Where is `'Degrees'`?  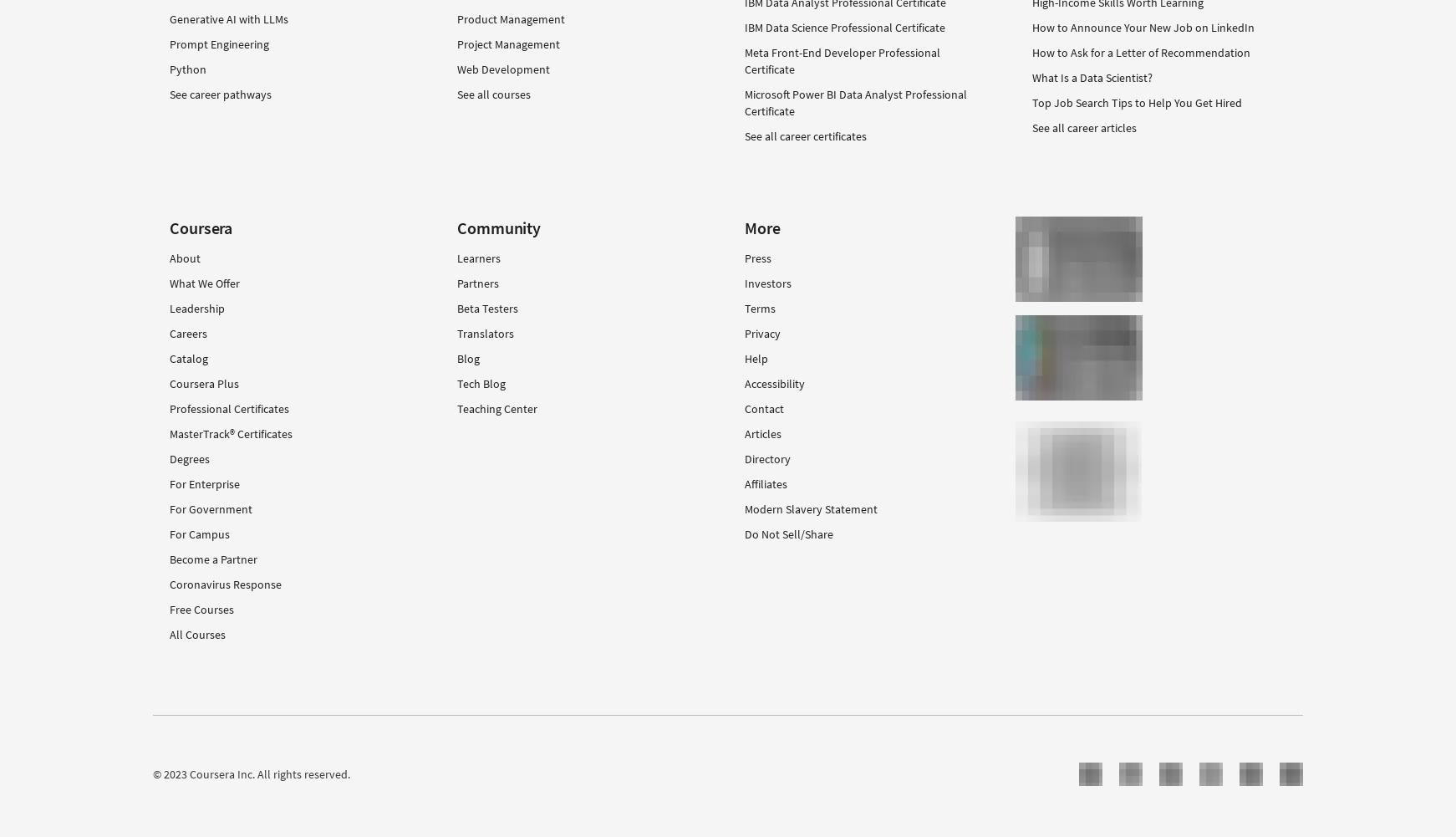
'Degrees' is located at coordinates (189, 458).